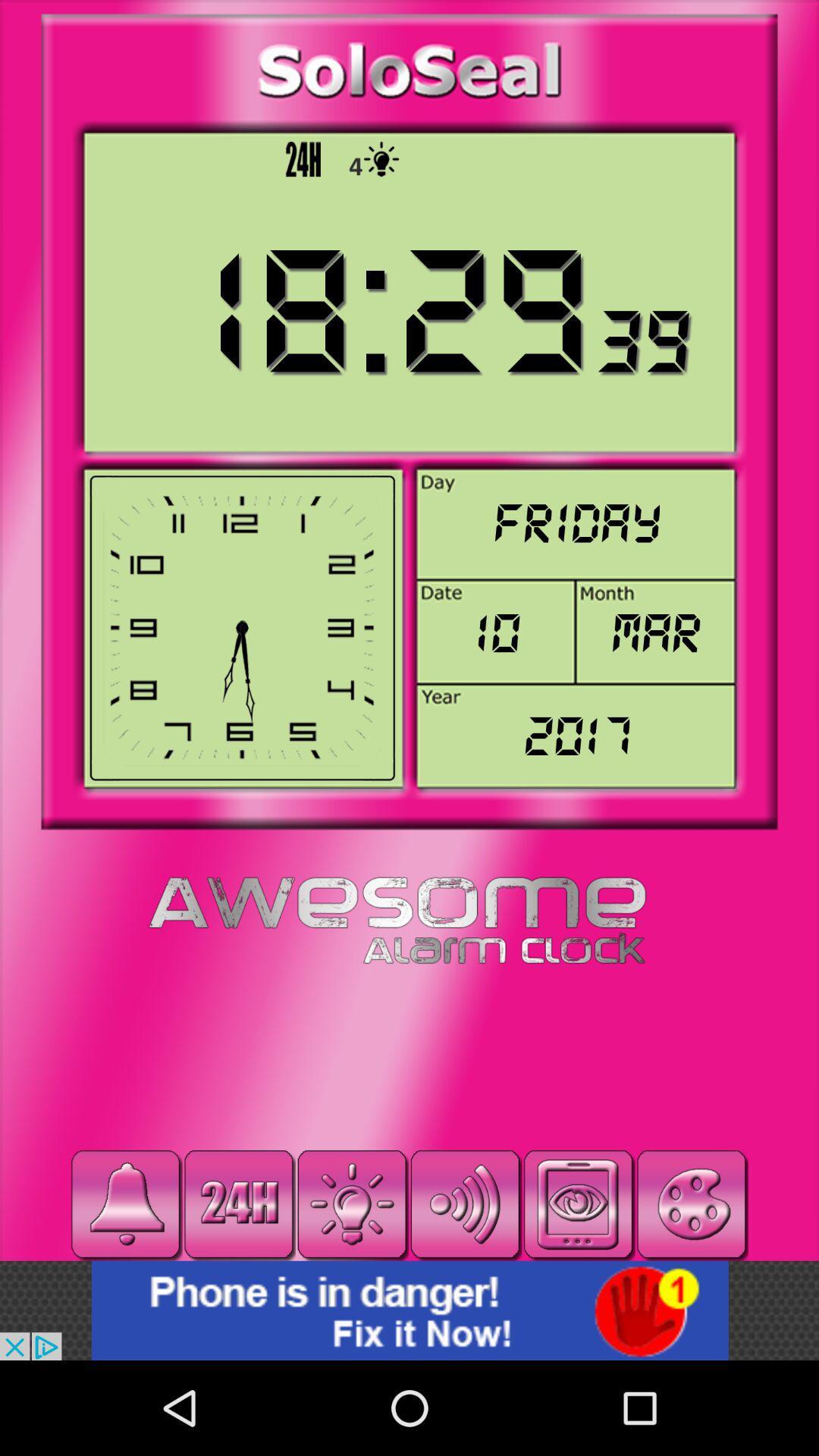 This screenshot has height=1456, width=819. I want to click on visited the advertised site/app, so click(409, 1310).